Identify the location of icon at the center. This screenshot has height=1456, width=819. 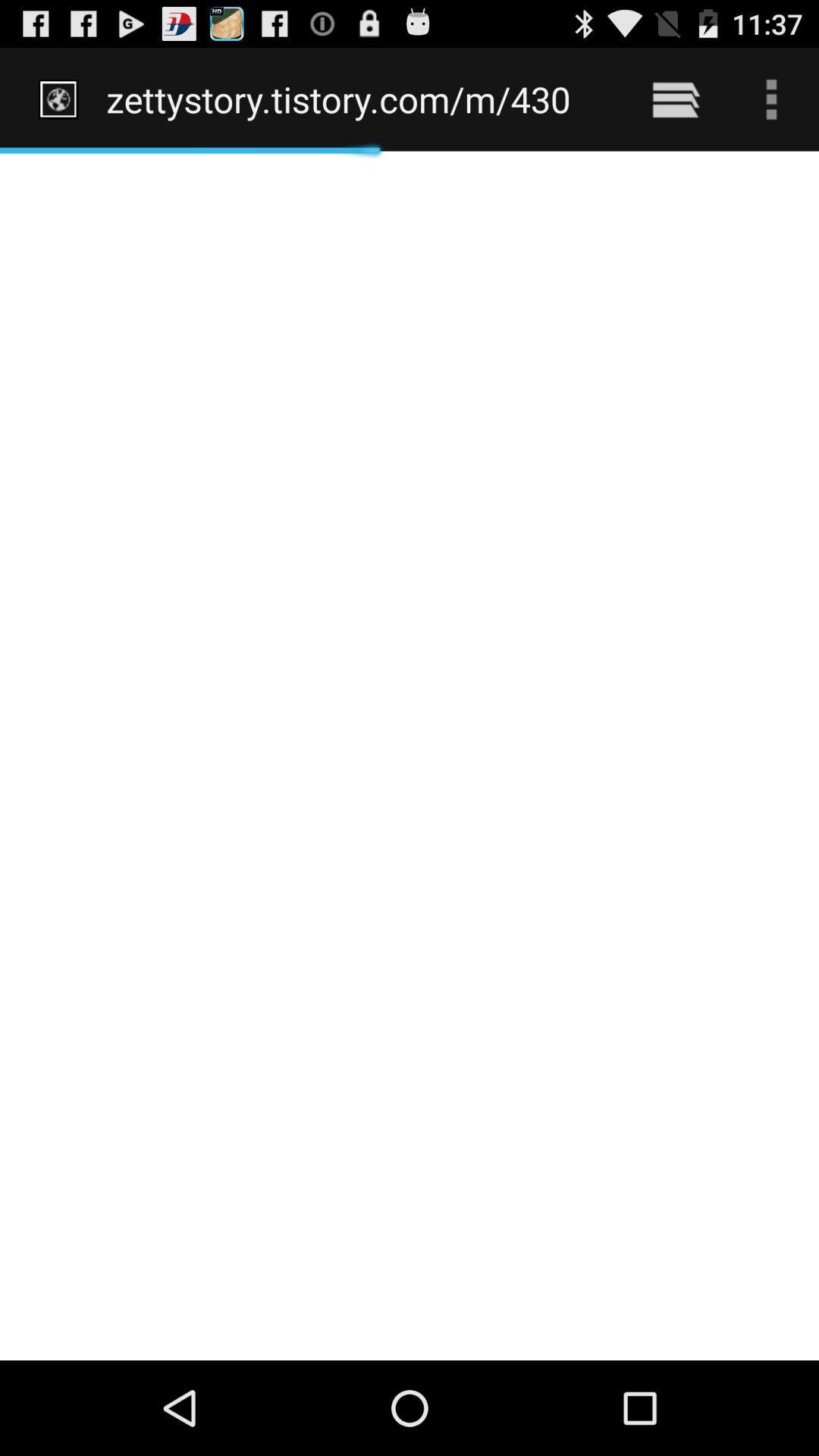
(409, 755).